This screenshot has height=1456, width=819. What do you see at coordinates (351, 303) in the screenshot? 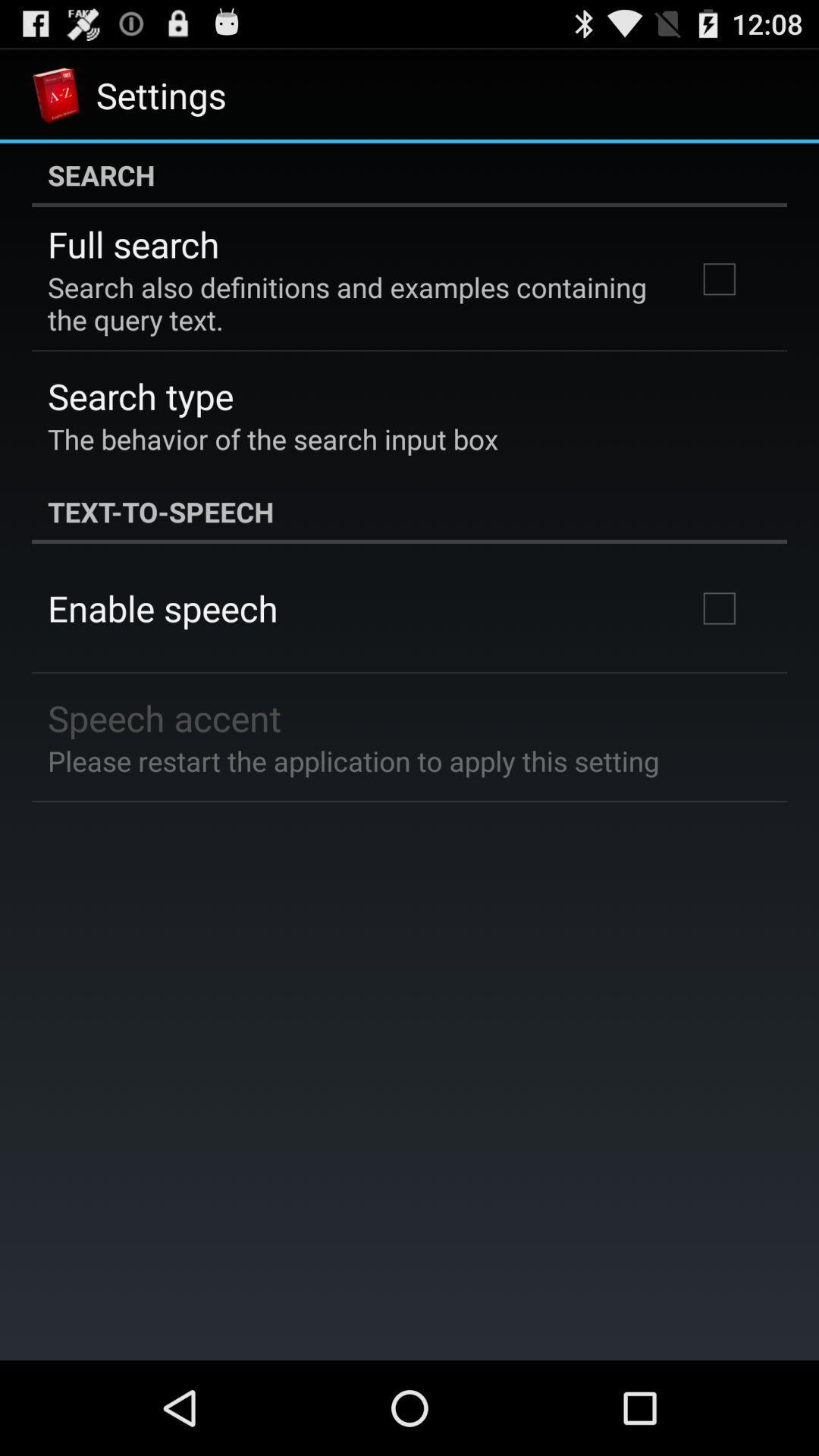
I see `item above search type app` at bounding box center [351, 303].